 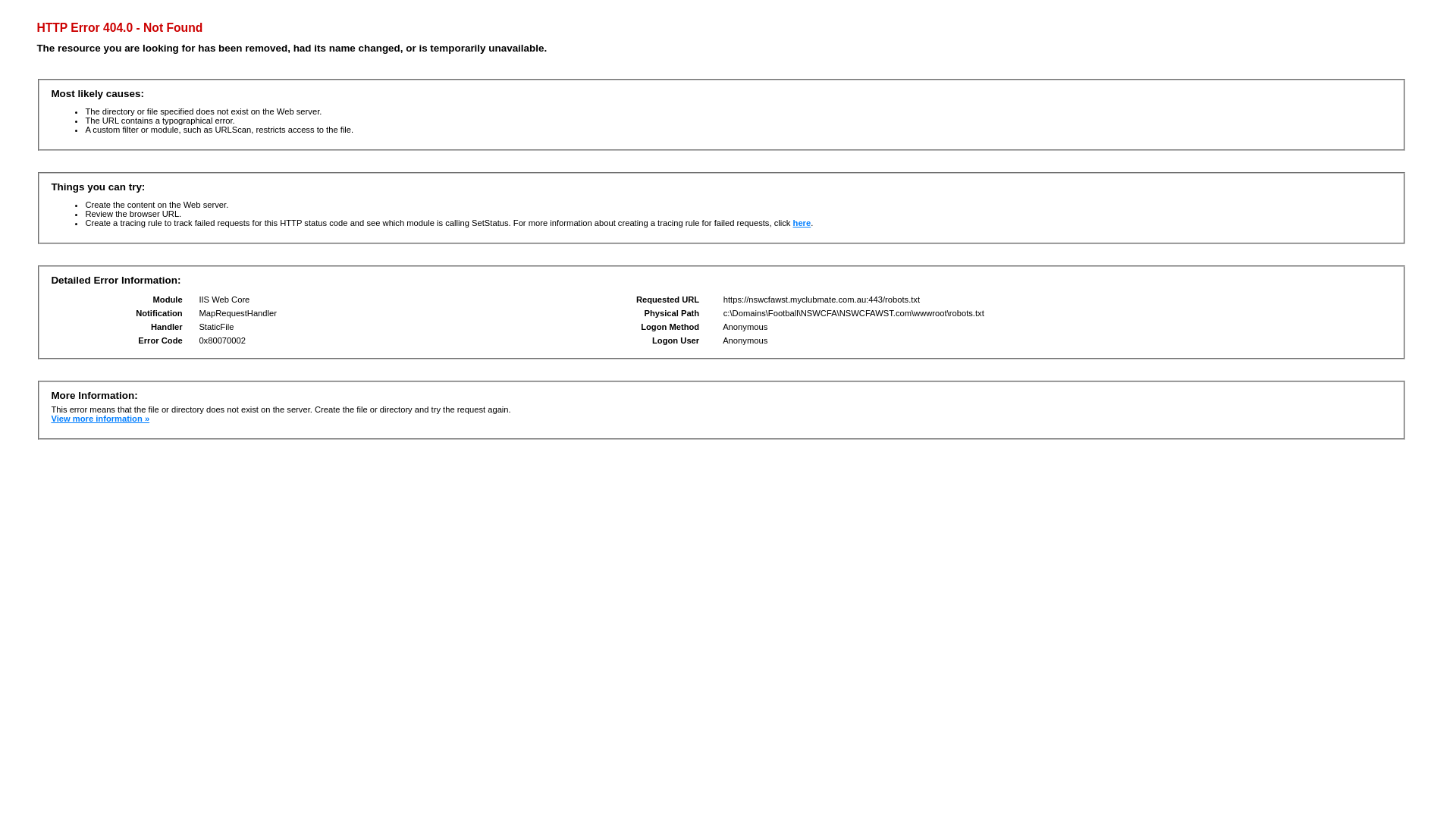 I want to click on 'here', so click(x=801, y=222).